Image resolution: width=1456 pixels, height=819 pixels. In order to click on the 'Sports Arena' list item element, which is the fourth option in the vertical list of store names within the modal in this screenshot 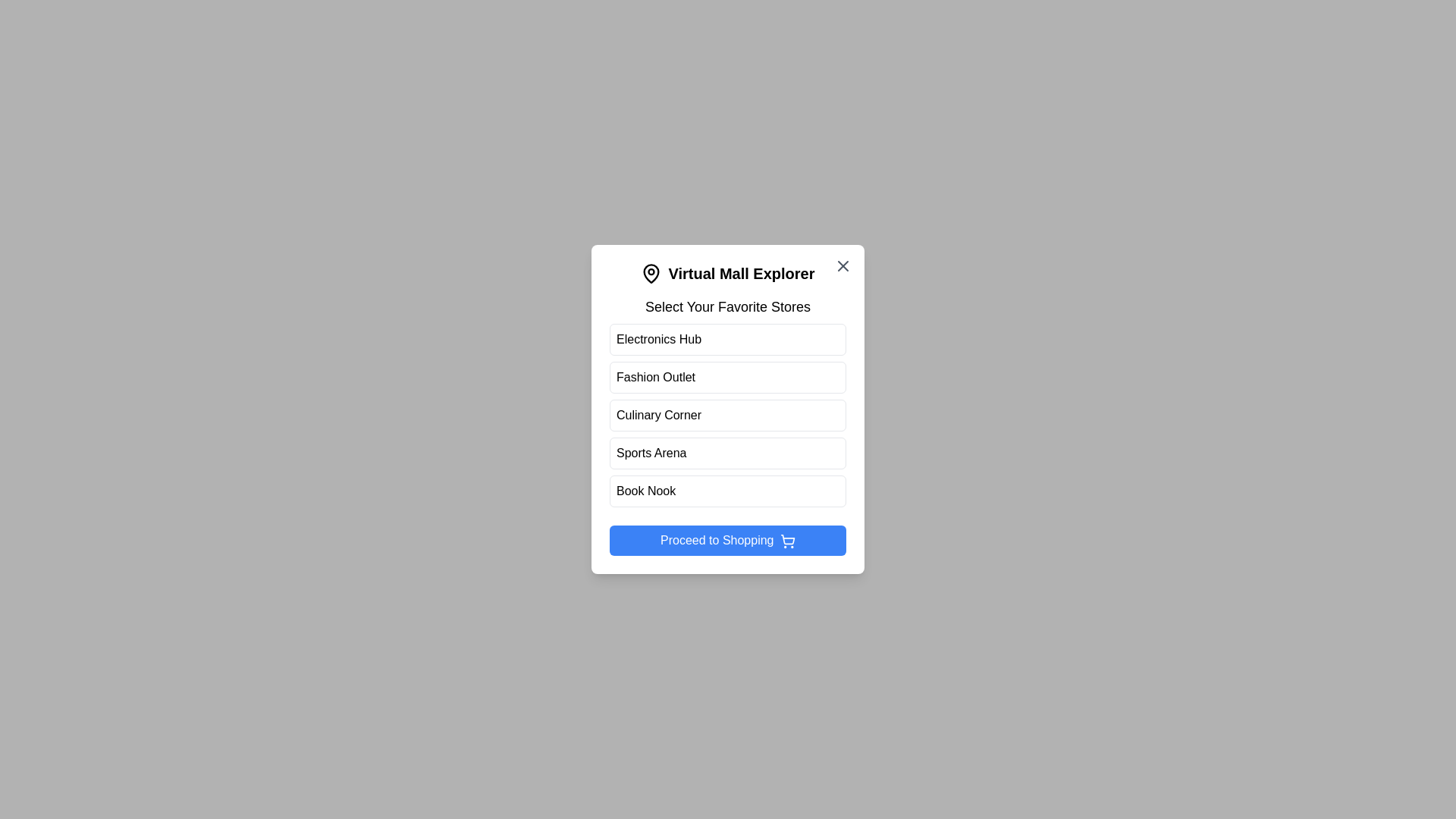, I will do `click(728, 452)`.